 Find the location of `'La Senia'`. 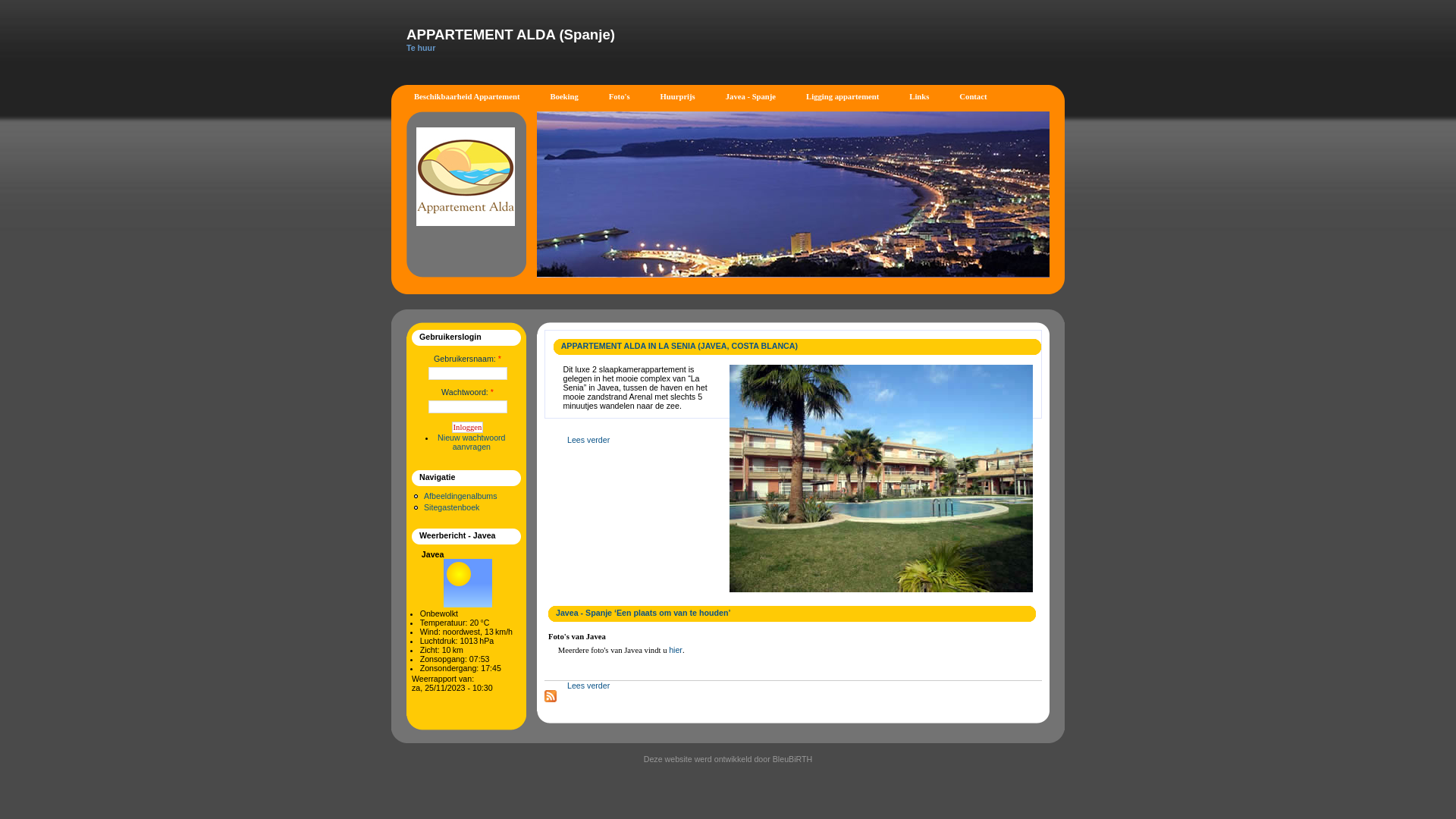

'La Senia' is located at coordinates (880, 479).